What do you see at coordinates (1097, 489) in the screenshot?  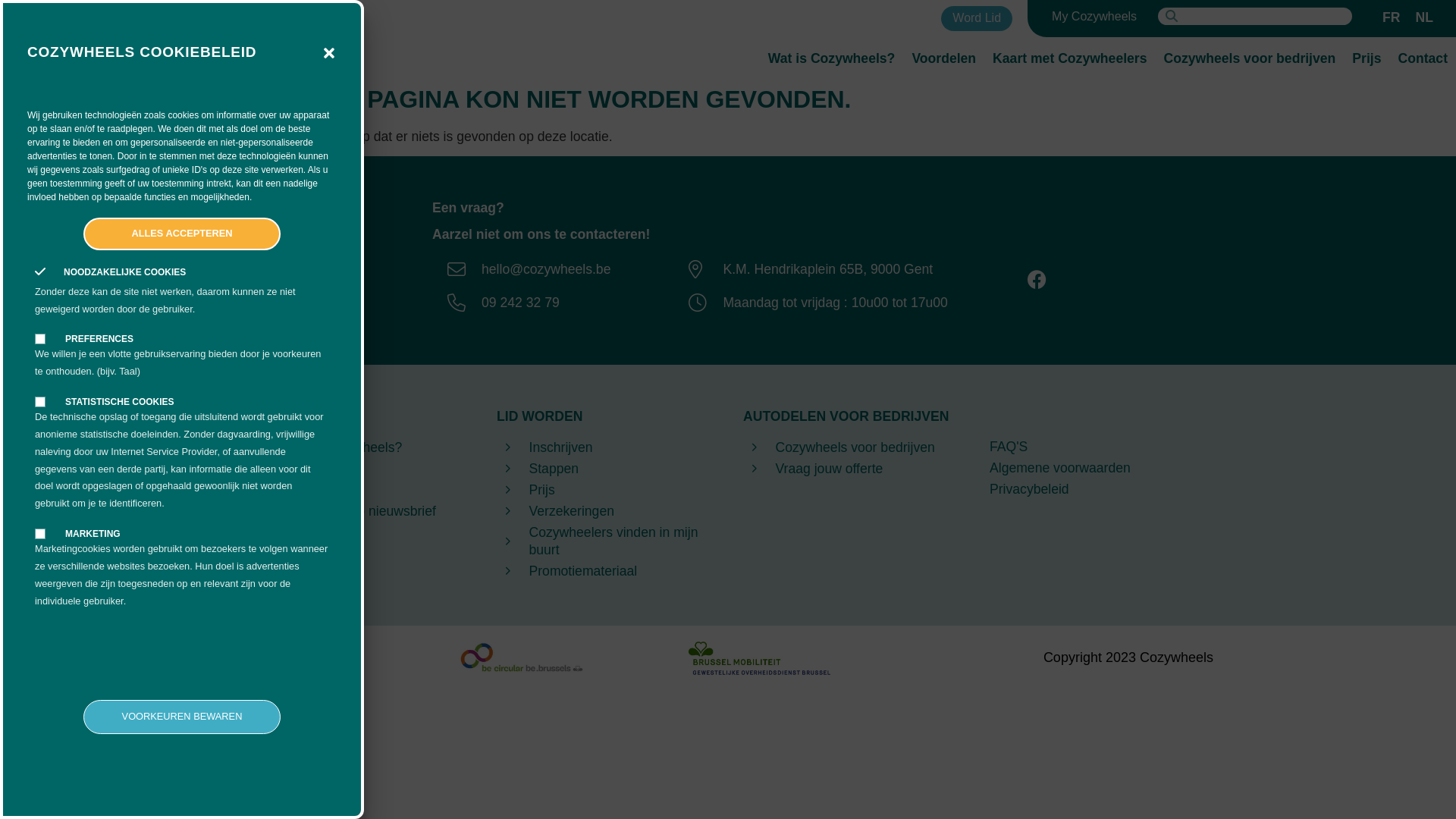 I see `'Privacybeleid'` at bounding box center [1097, 489].